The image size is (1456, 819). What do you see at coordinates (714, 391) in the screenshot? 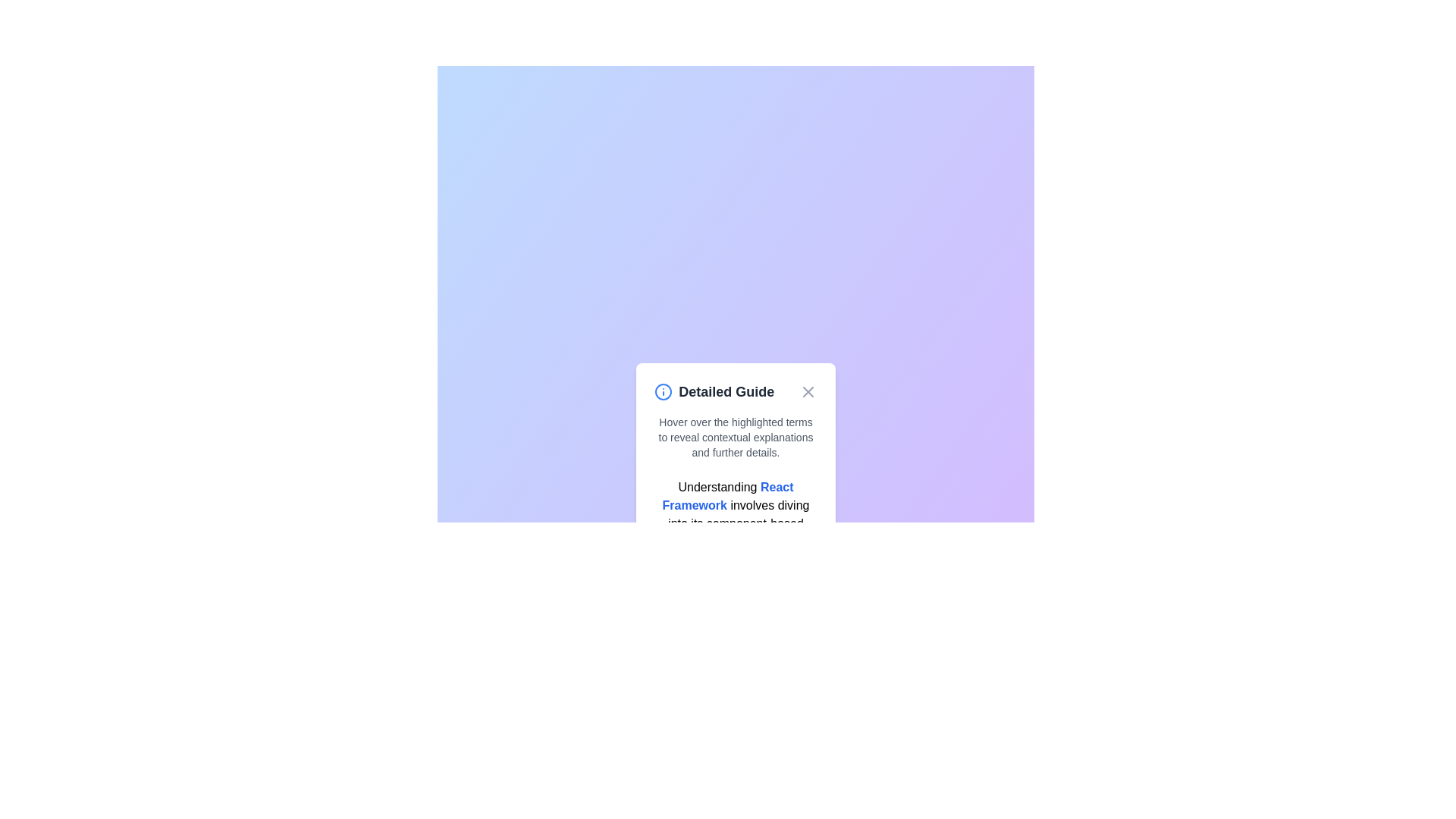
I see `the Text Label which serves as the title of the information card, located in the upper section of the card, adjacent to a blue circular icon on the left and a close button on the right` at bounding box center [714, 391].